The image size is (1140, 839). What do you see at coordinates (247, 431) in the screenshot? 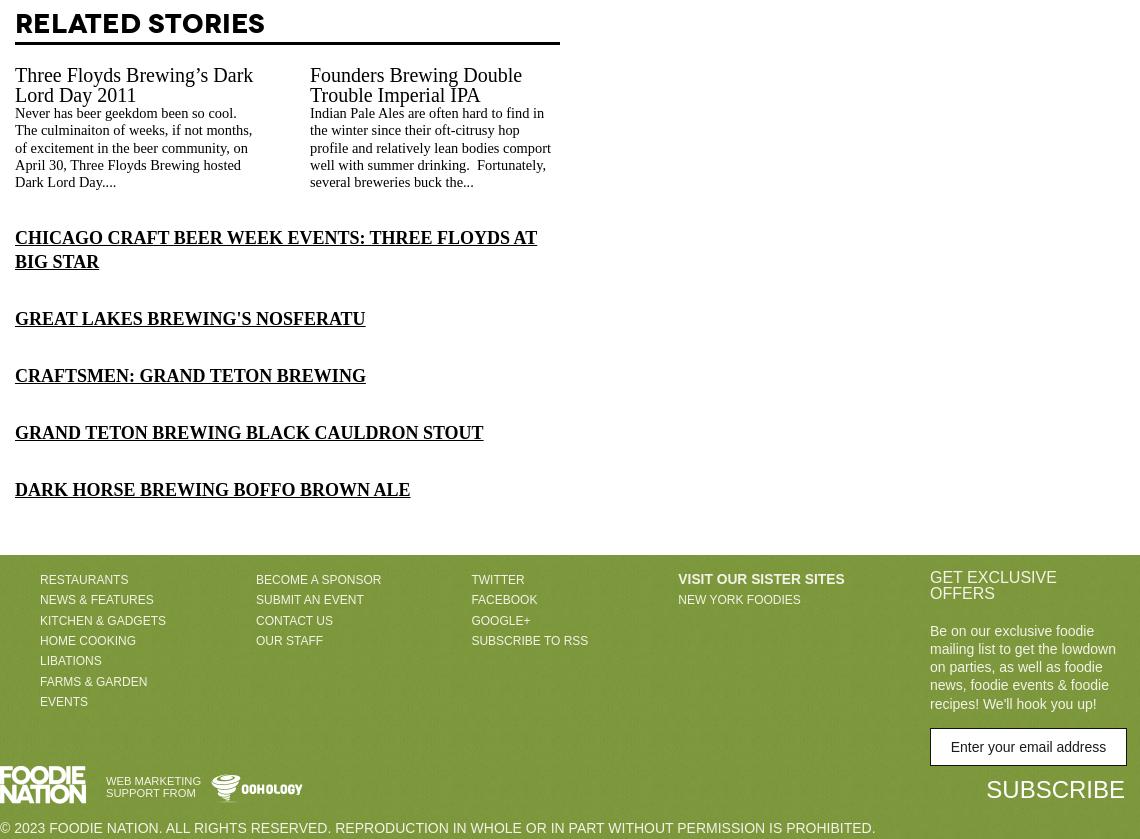
I see `'Grand Teton Brewing Black Cauldron Stout'` at bounding box center [247, 431].